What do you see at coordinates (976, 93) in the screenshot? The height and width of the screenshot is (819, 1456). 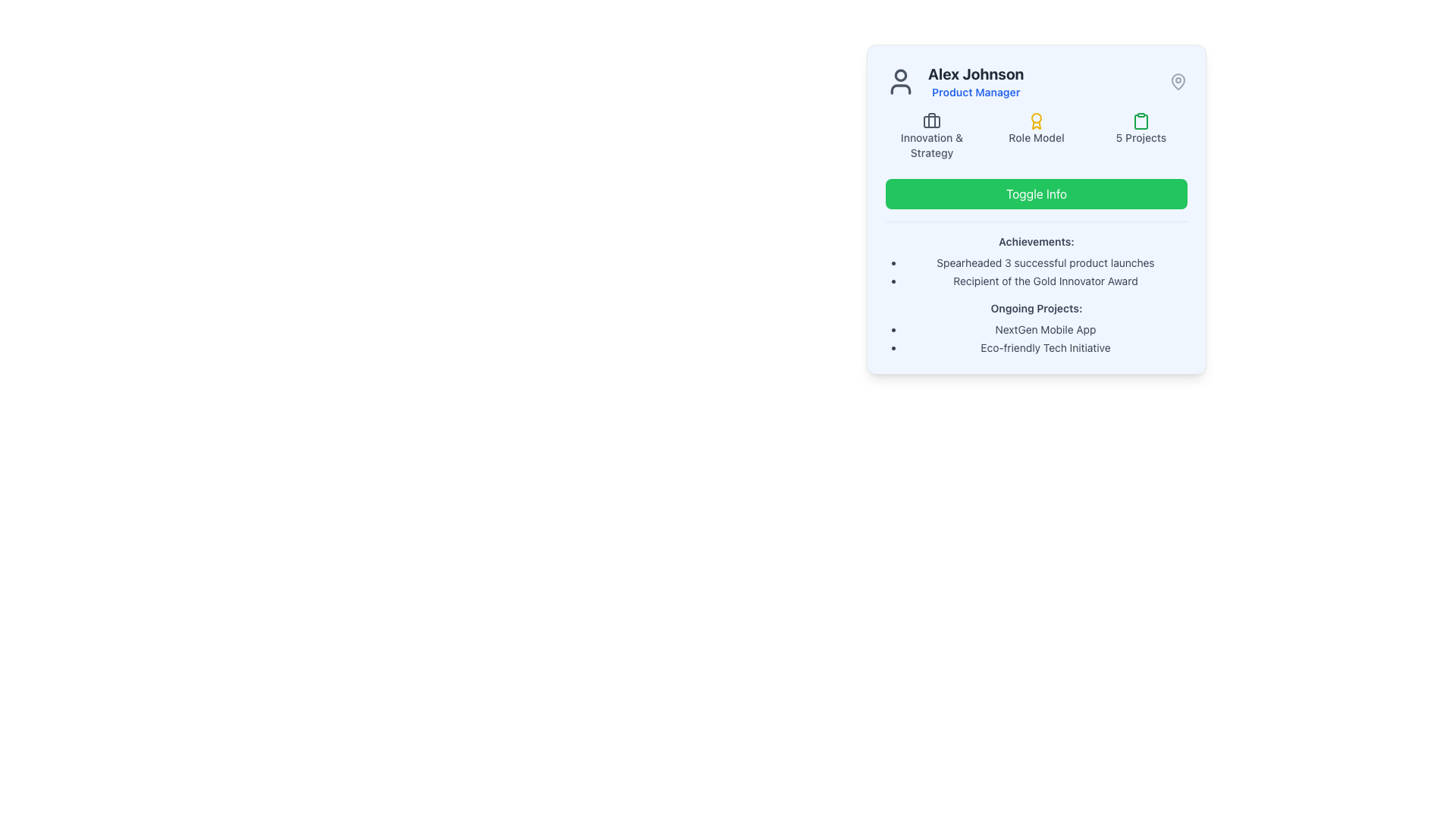 I see `the text label displaying the job title or professional role of 'Alex Johnson' located in the upper-left section of the profile card interface` at bounding box center [976, 93].